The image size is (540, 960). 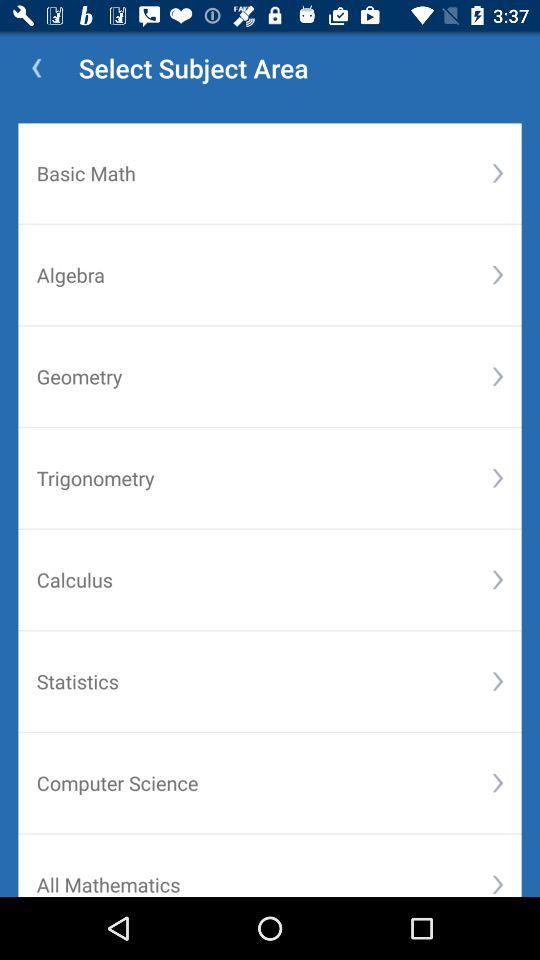 What do you see at coordinates (496, 681) in the screenshot?
I see `the sixth drop down button` at bounding box center [496, 681].